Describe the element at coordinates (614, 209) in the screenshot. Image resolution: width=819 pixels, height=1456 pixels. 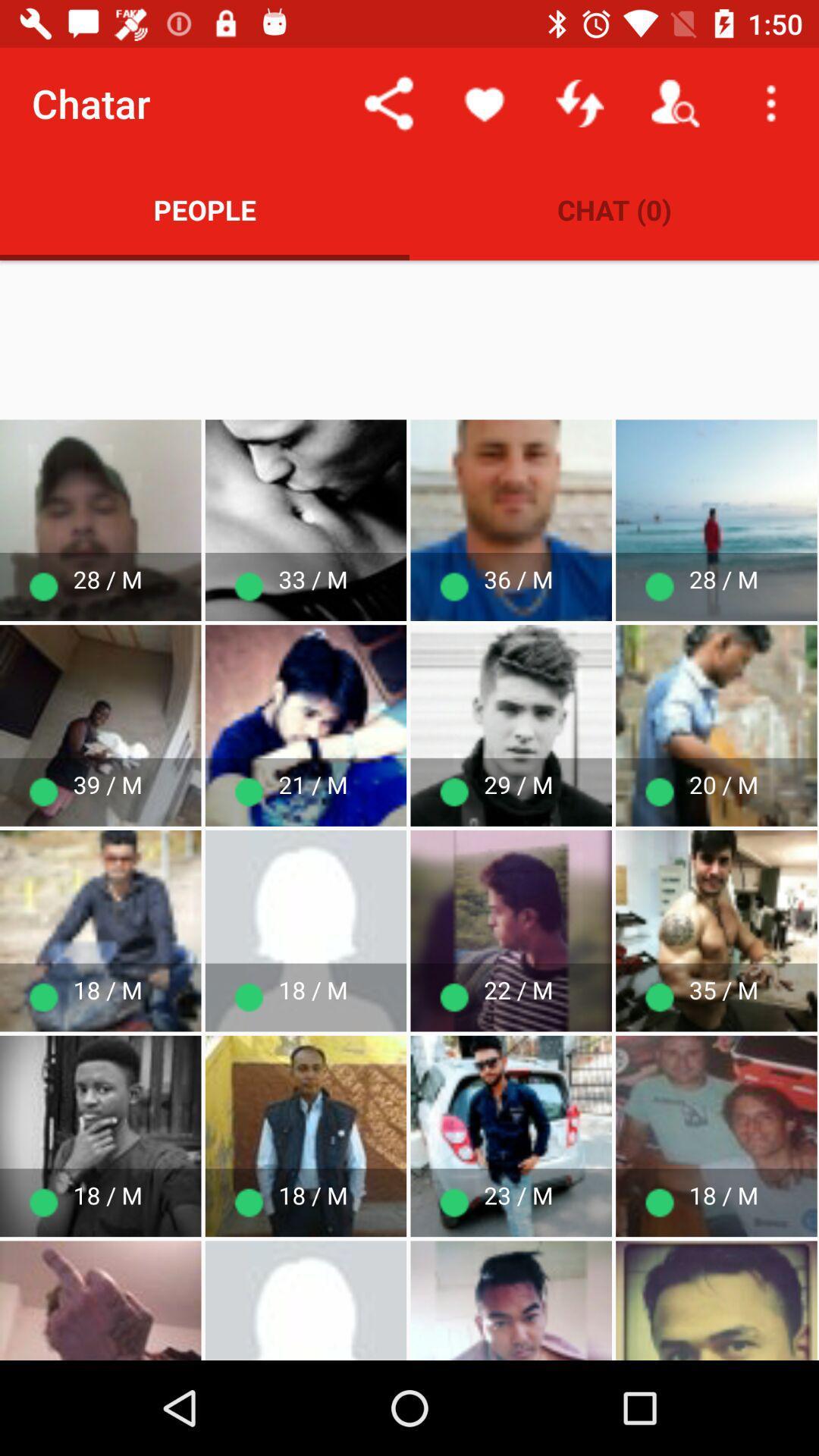
I see `icon to the right of people` at that location.